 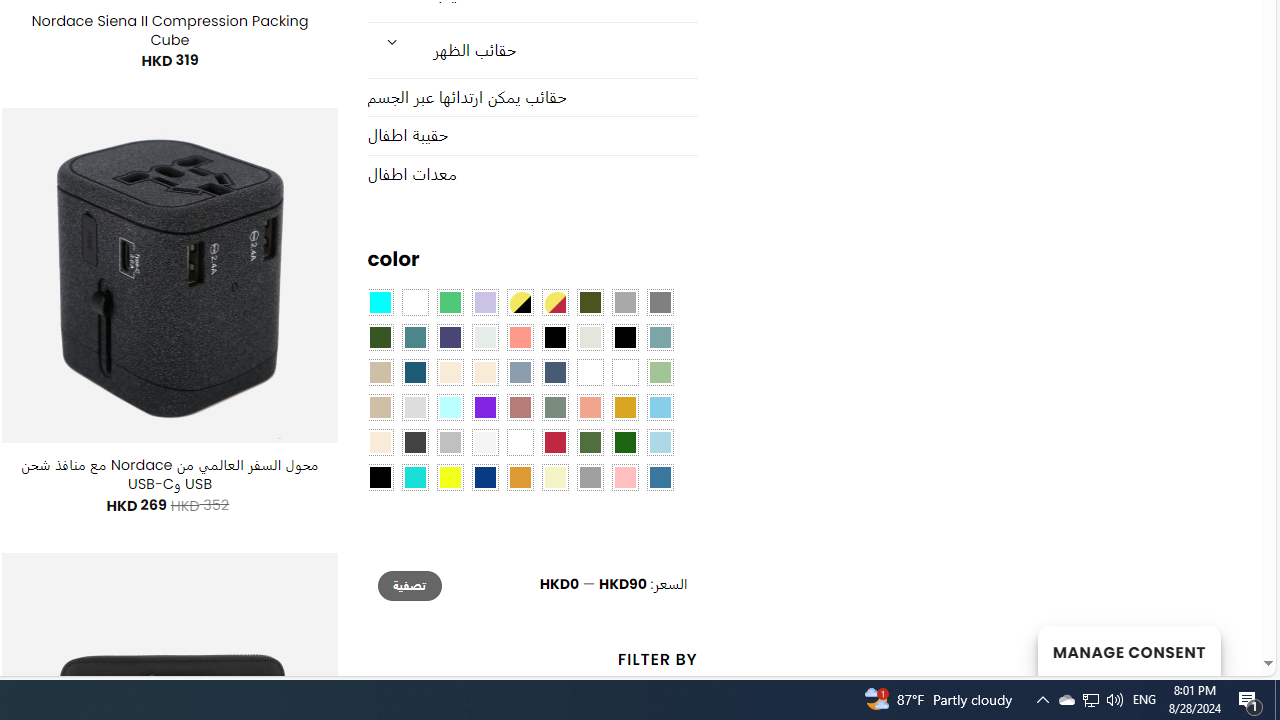 I want to click on 'Nordace Siena II Compression Packing Cube', so click(x=169, y=30).